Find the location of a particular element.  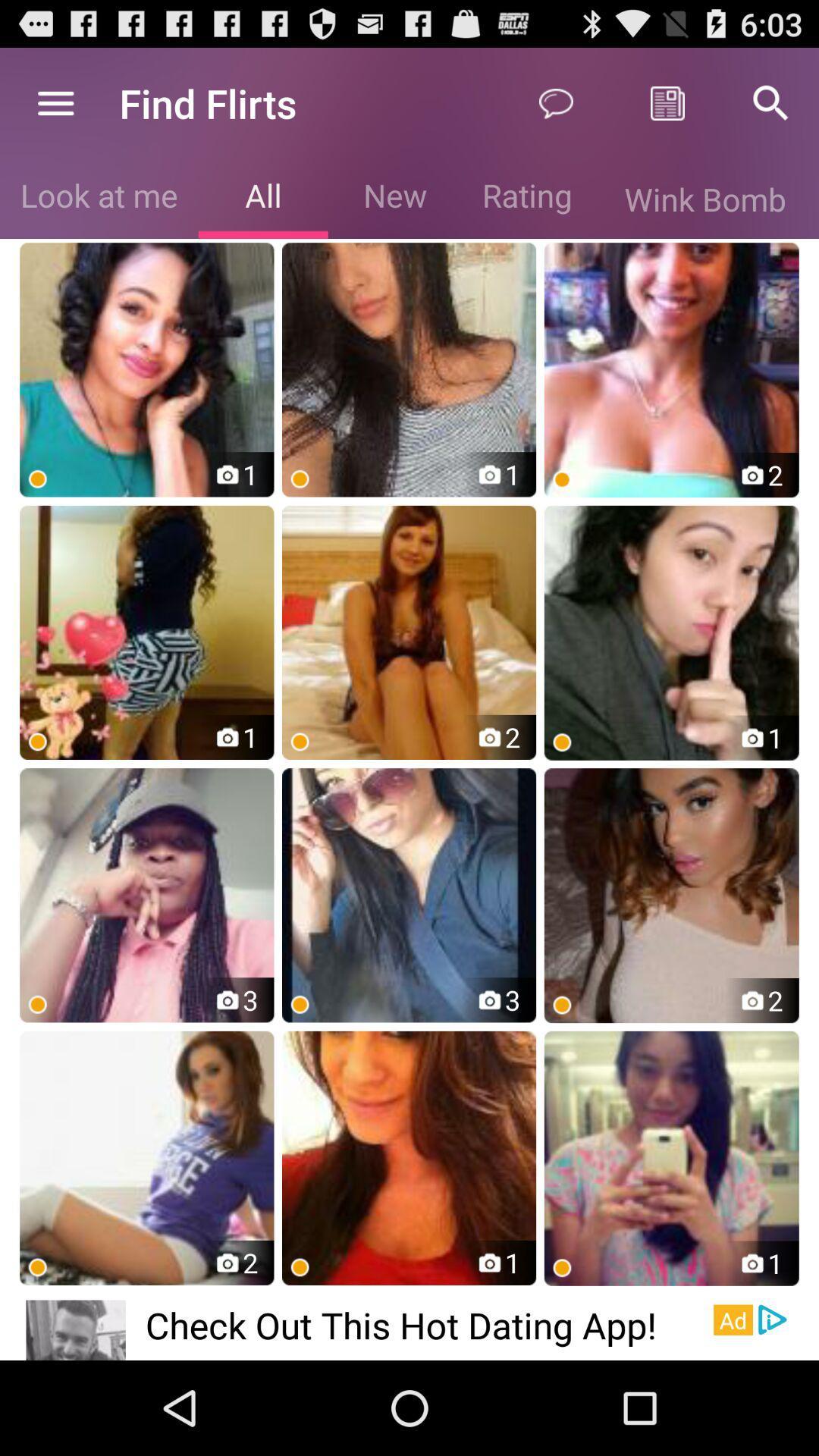

the icon to the left of the check out this app is located at coordinates (76, 1329).